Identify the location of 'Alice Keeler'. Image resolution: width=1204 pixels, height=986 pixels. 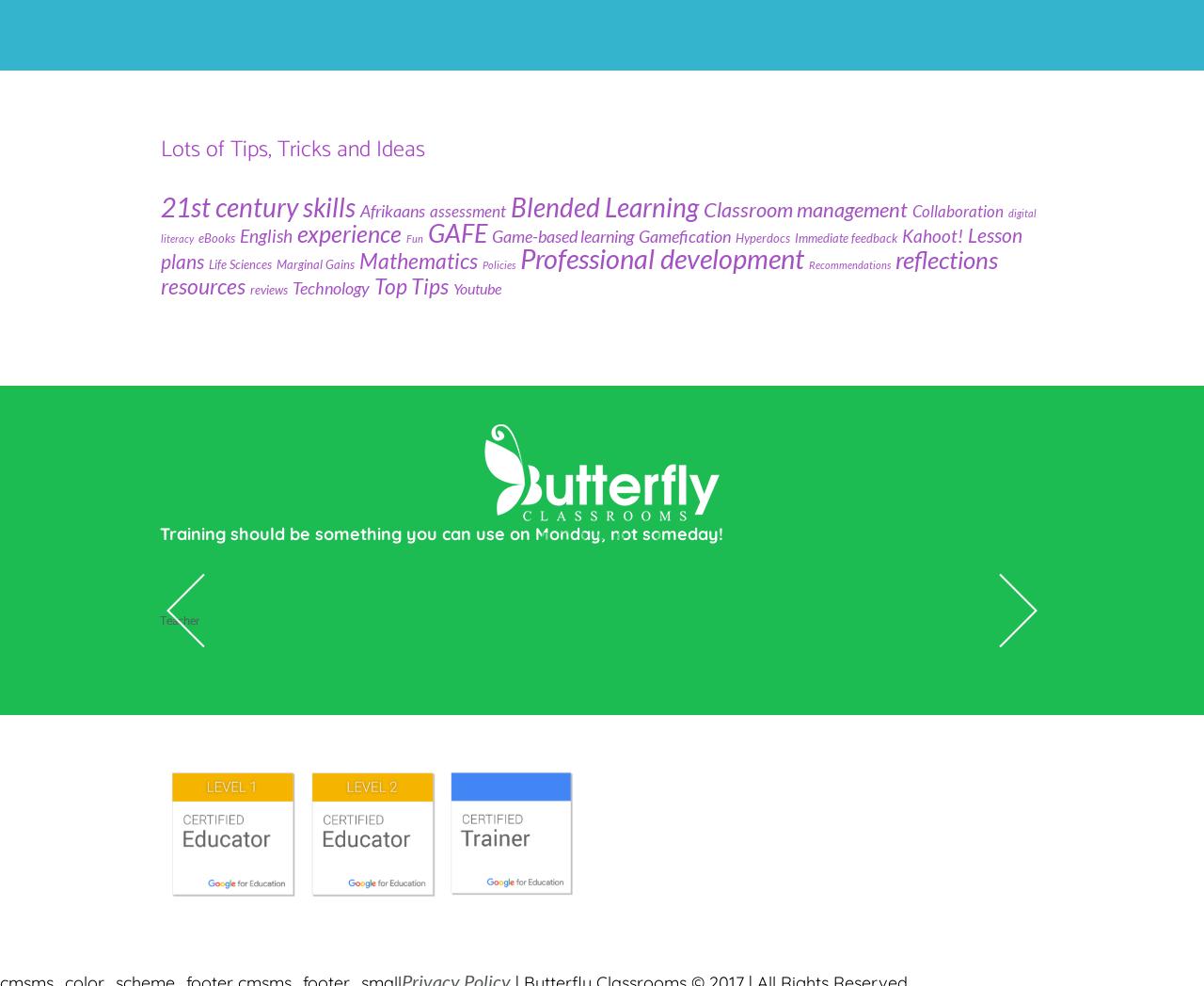
(1098, 577).